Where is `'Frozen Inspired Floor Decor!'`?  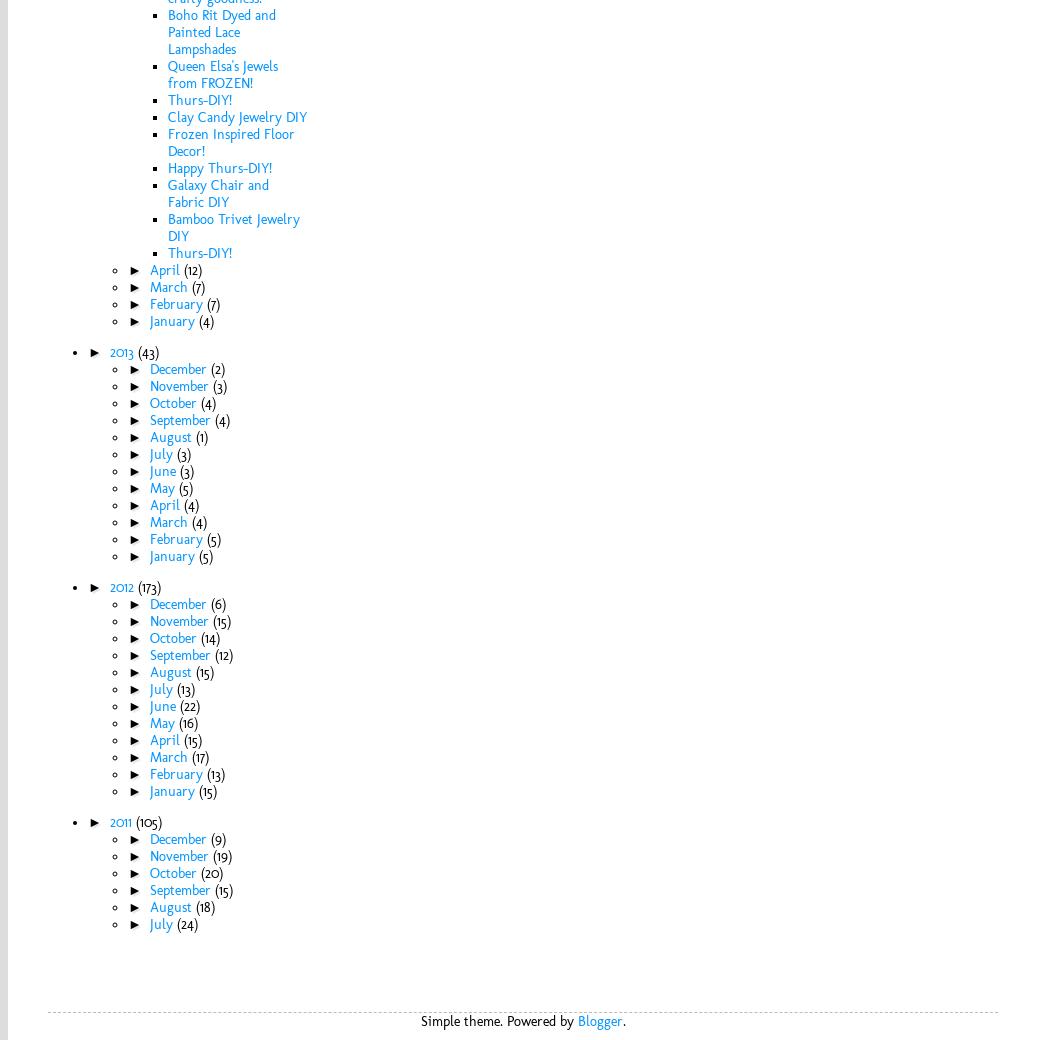 'Frozen Inspired Floor Decor!' is located at coordinates (166, 141).